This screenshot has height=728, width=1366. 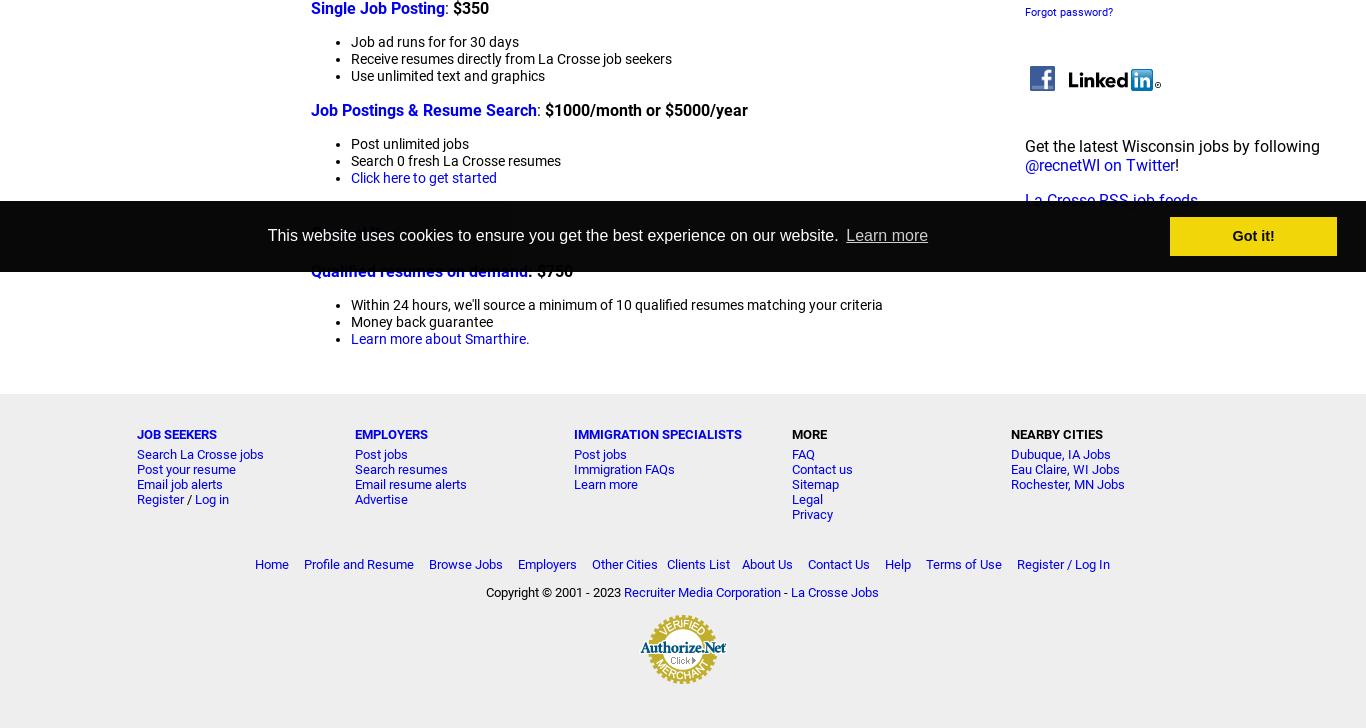 I want to click on 'Job Postings & Resume Search', so click(x=311, y=110).